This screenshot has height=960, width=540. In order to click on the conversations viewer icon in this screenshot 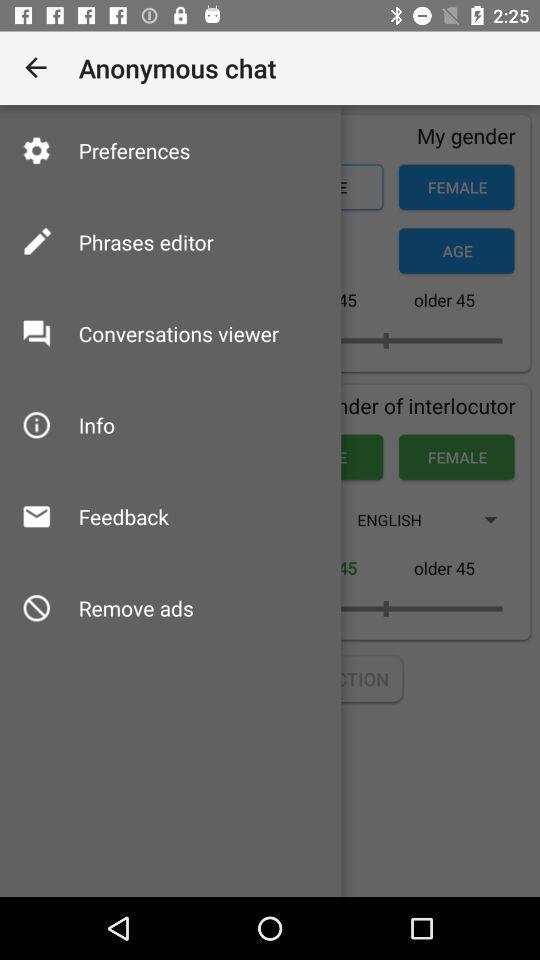, I will do `click(178, 333)`.